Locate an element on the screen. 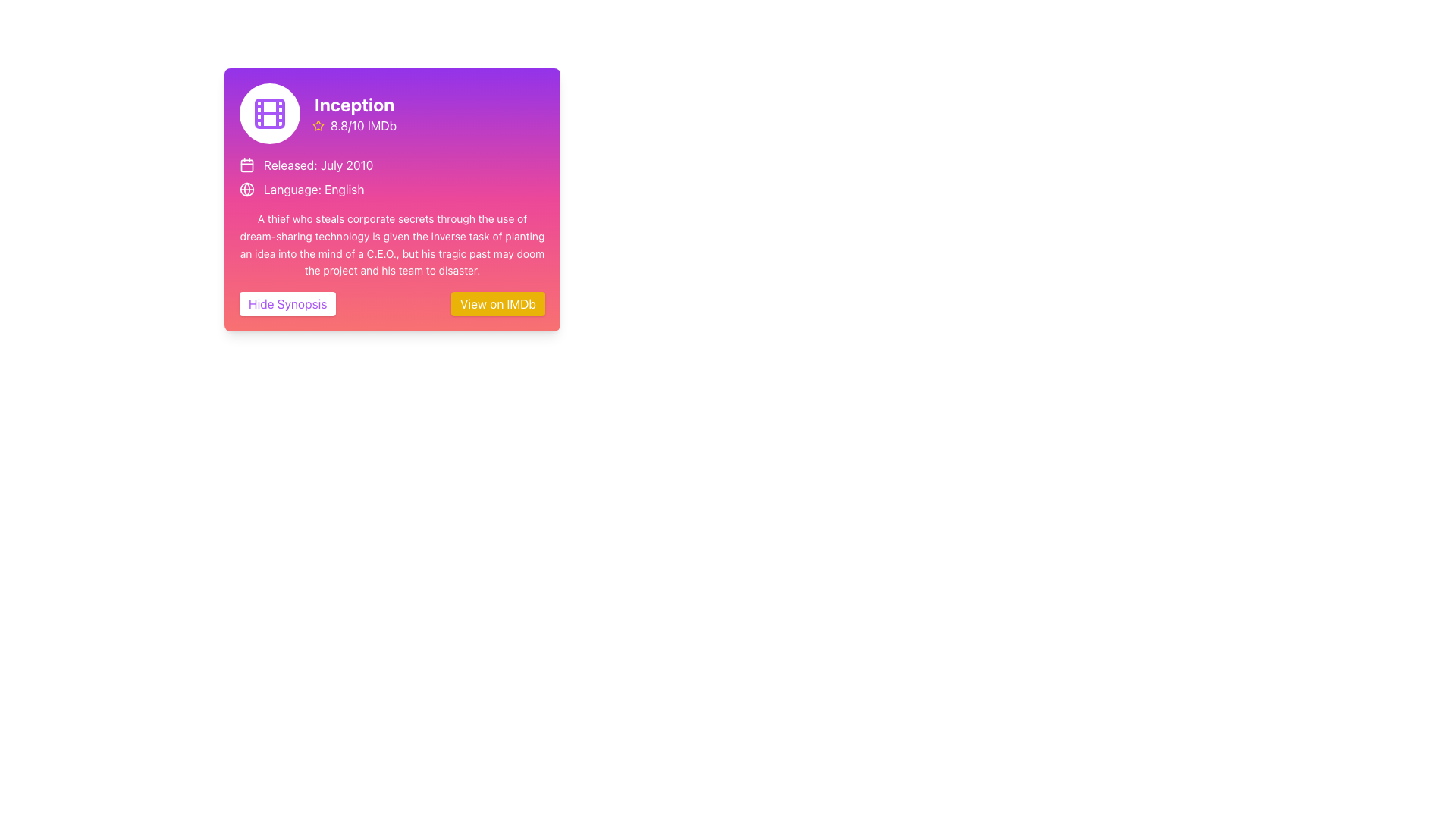 Image resolution: width=1456 pixels, height=819 pixels. the IMDb rating Text Label, which is positioned immediately to the right of a yellow star icon at the top part of the card component is located at coordinates (362, 124).